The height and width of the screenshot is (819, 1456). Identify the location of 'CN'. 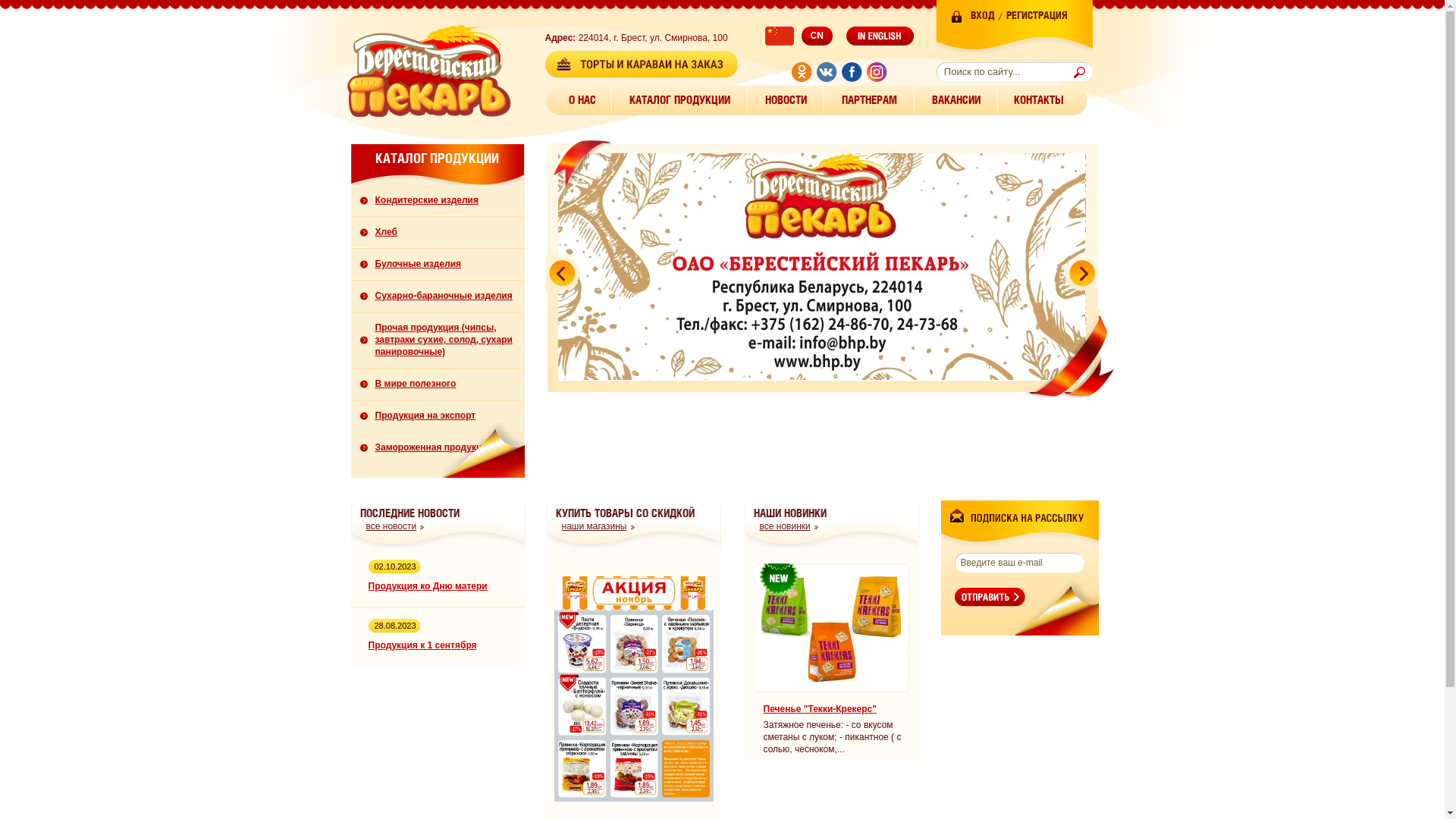
(797, 35).